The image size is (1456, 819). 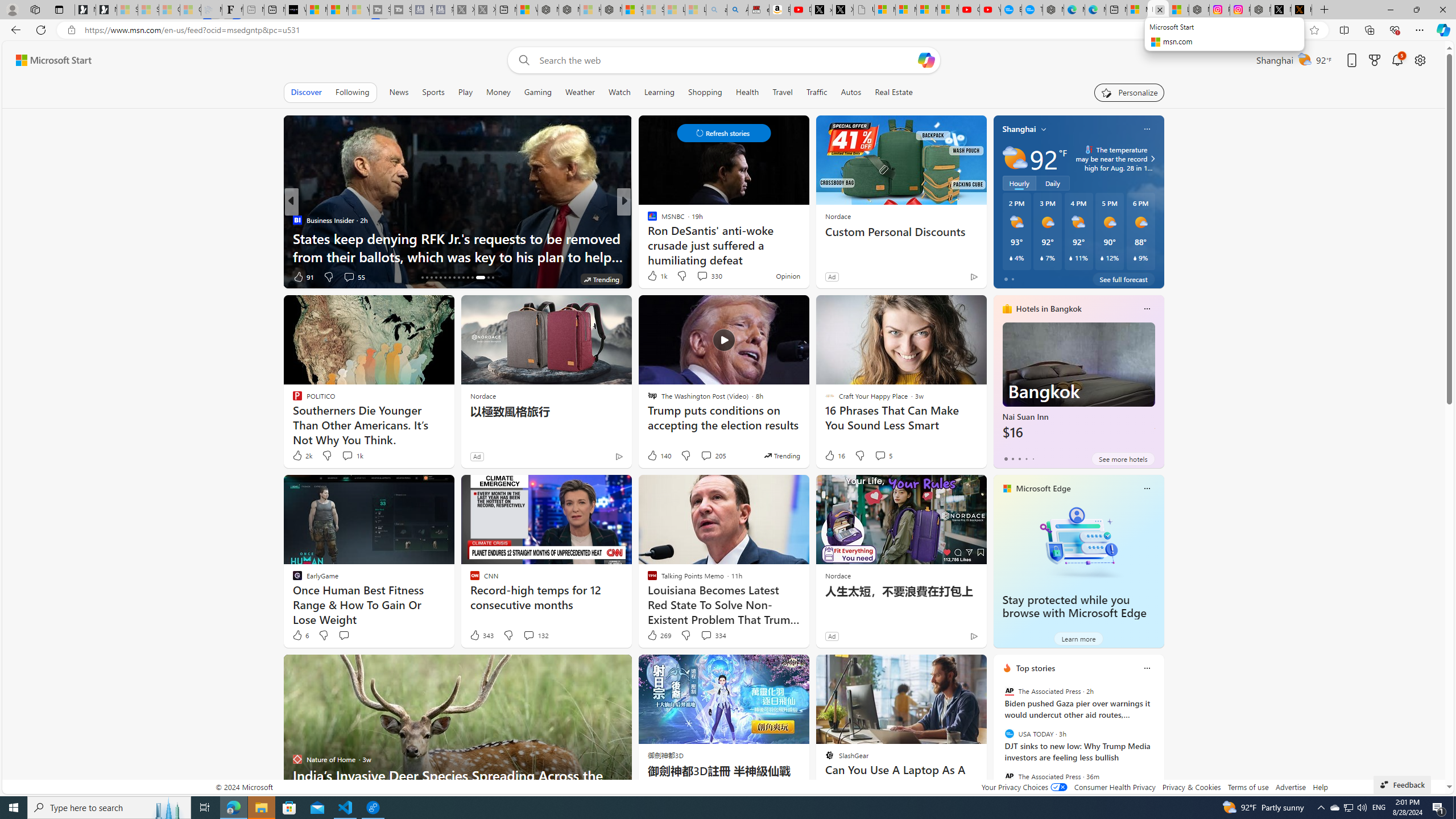 What do you see at coordinates (781, 455) in the screenshot?
I see `'This story is trending'` at bounding box center [781, 455].